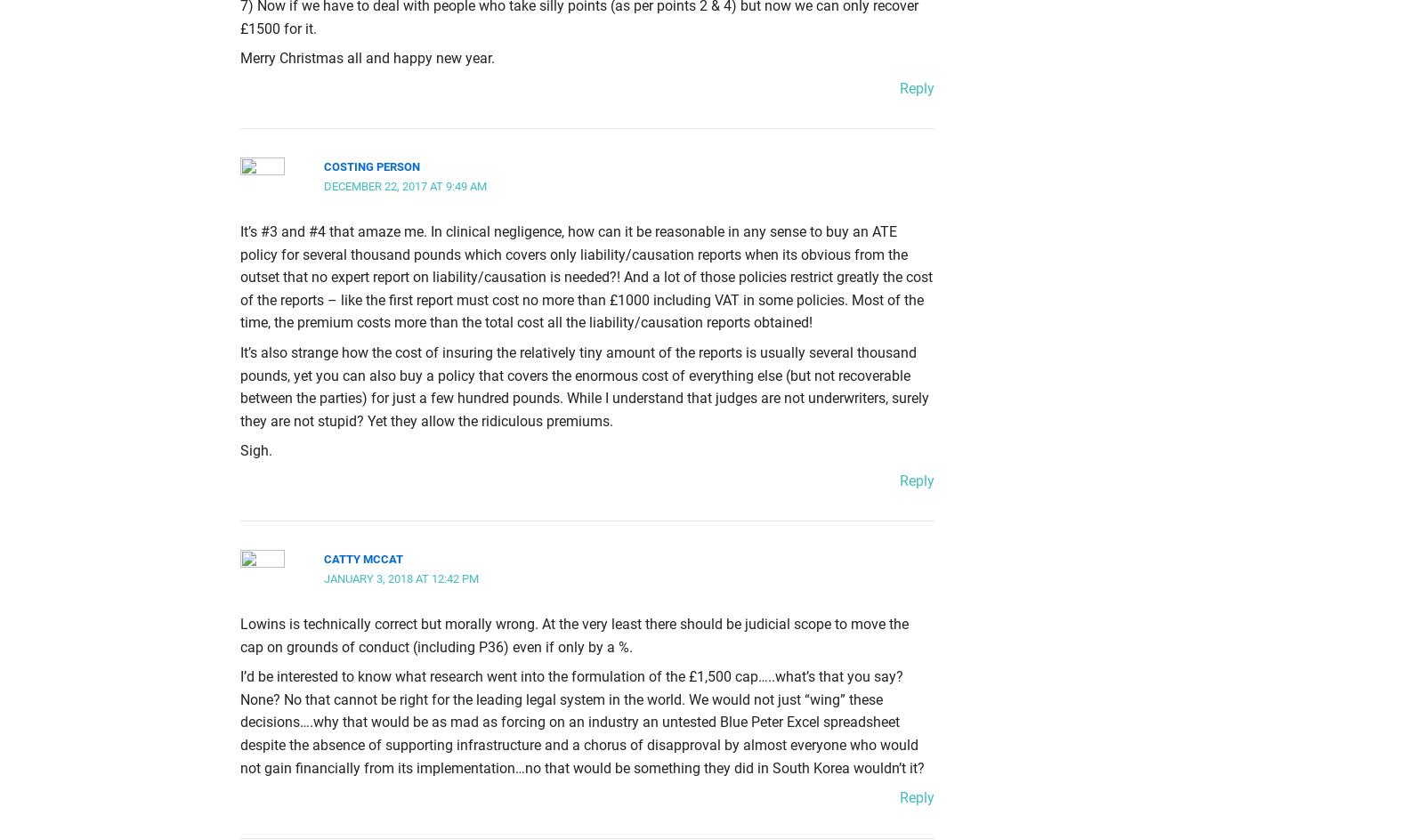 Image resolution: width=1424 pixels, height=840 pixels. I want to click on 'It’s #3 and #4 that amaze me. In clinical negligence, how can it be reasonable in any sense to buy an ATE policy for several thousand pounds which covers only liability/causation reports when its obvious from the outset that no expert report on liability/causation is needed?! And a lot of those policies restrict greatly the cost of the reports – like the first report must cost no more than £1000 including VAT in some policies. Most of the time, the premium costs more than the total cost all the liability/causation reports obtained!', so click(587, 275).